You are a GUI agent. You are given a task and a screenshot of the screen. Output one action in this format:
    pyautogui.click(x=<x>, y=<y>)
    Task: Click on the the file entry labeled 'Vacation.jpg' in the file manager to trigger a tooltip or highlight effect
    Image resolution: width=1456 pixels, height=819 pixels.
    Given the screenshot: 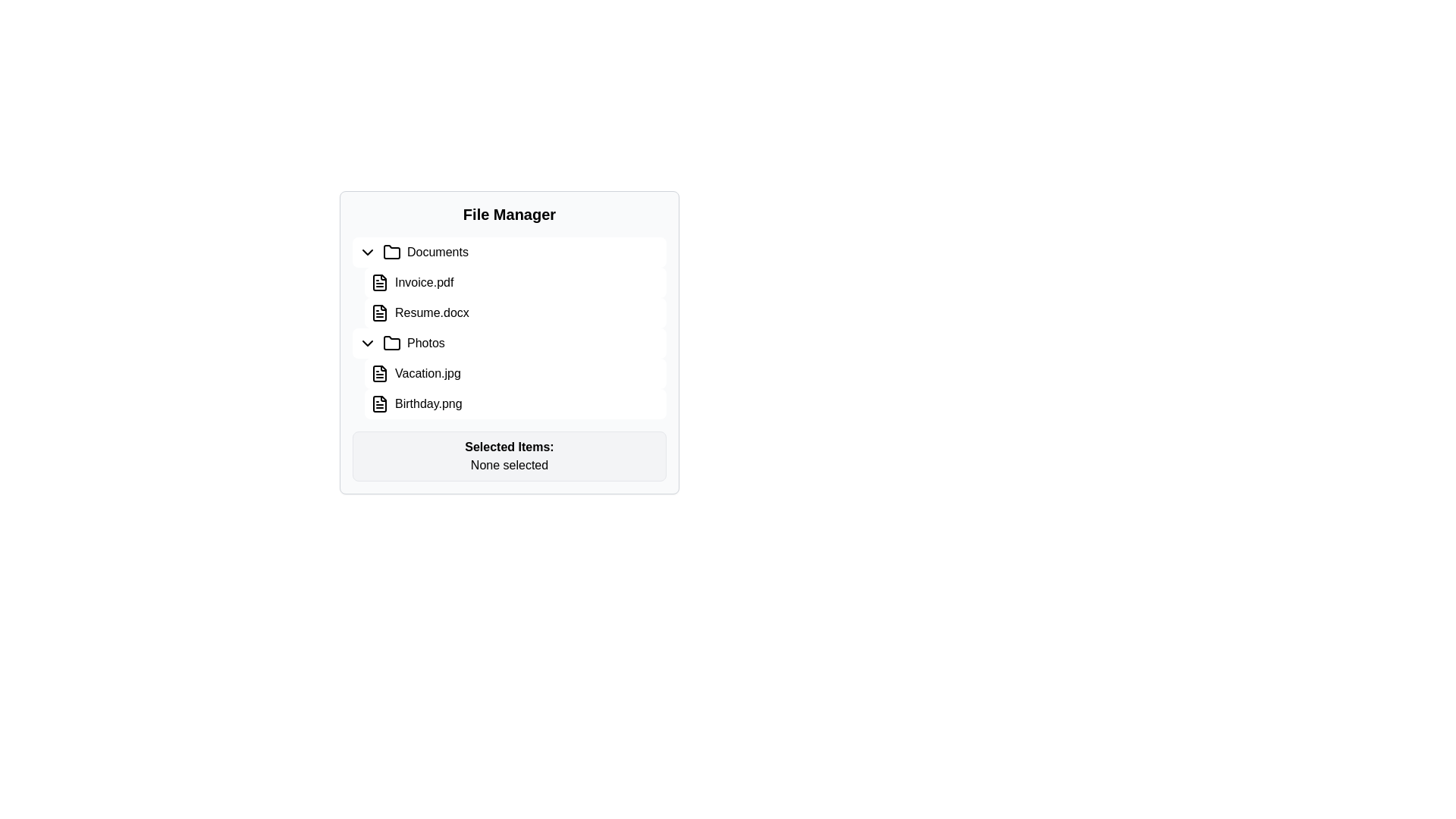 What is the action you would take?
    pyautogui.click(x=510, y=374)
    